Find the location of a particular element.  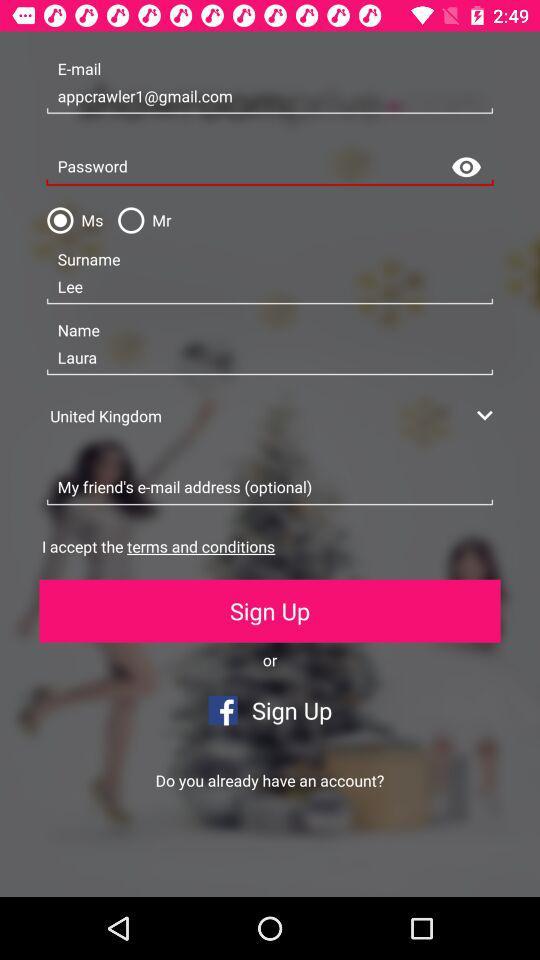

the icon above the lee icon is located at coordinates (139, 220).